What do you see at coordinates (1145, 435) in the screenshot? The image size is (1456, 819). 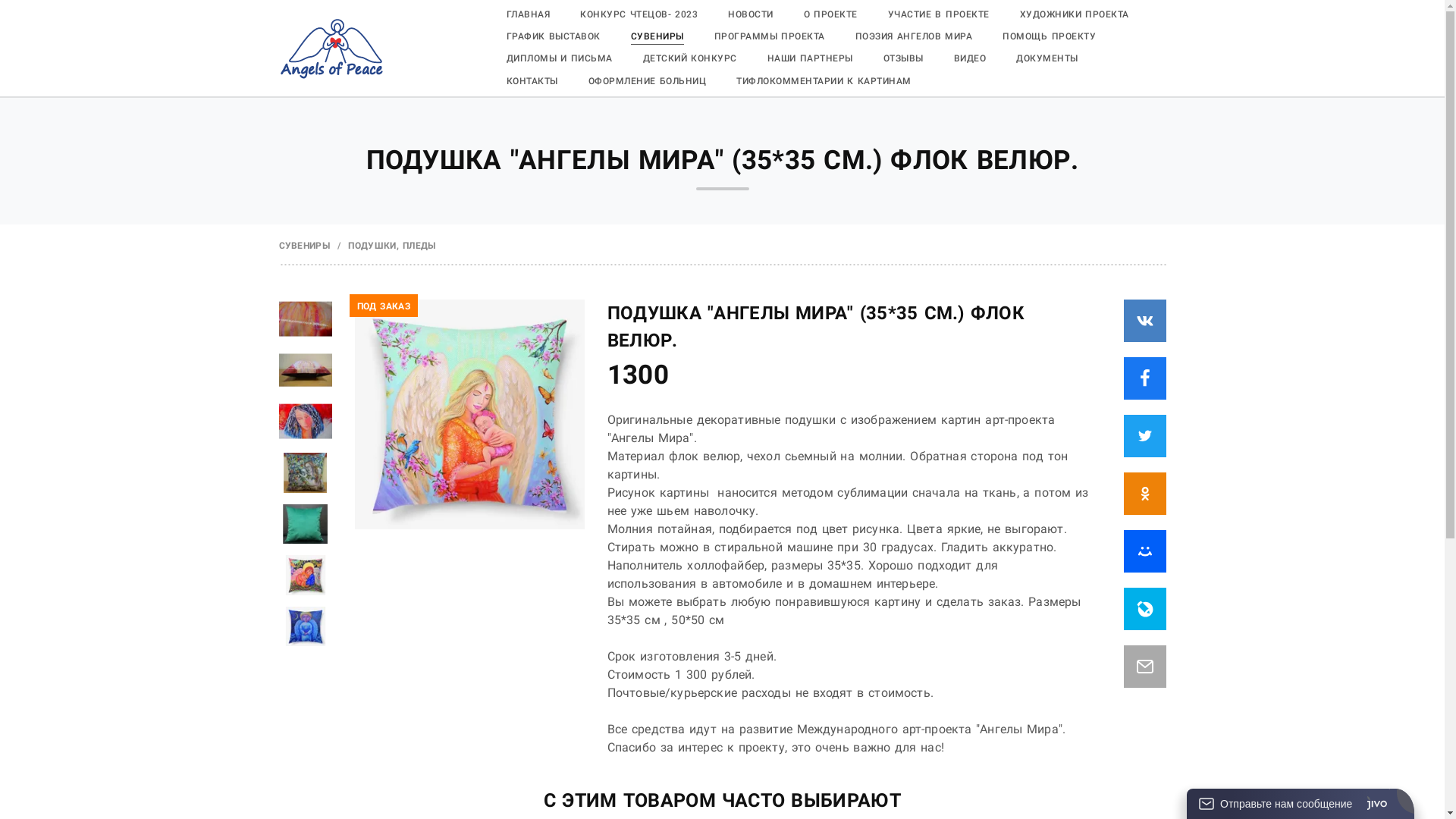 I see `'share_link_twitter'` at bounding box center [1145, 435].